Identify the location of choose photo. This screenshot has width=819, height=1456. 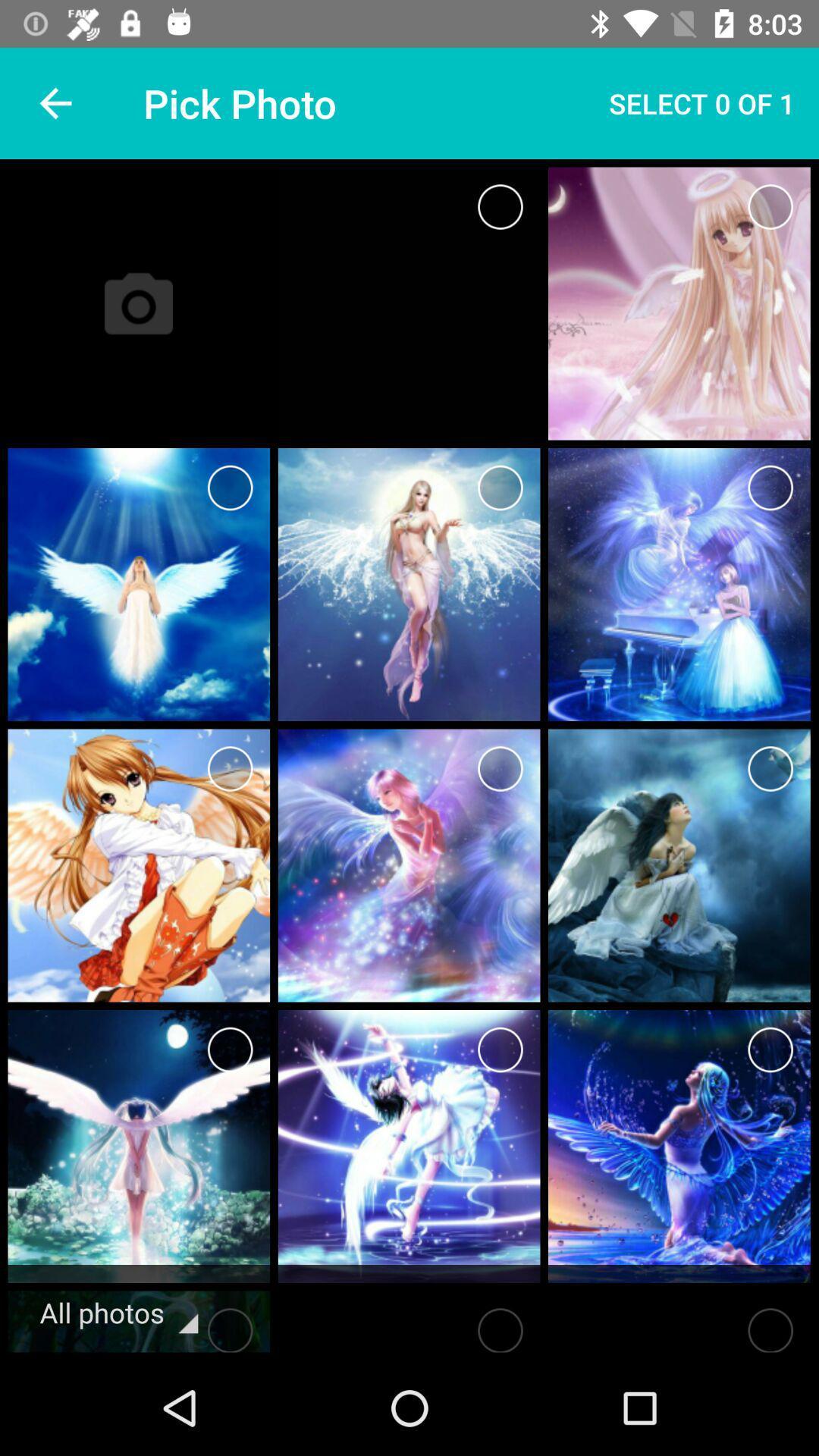
(500, 768).